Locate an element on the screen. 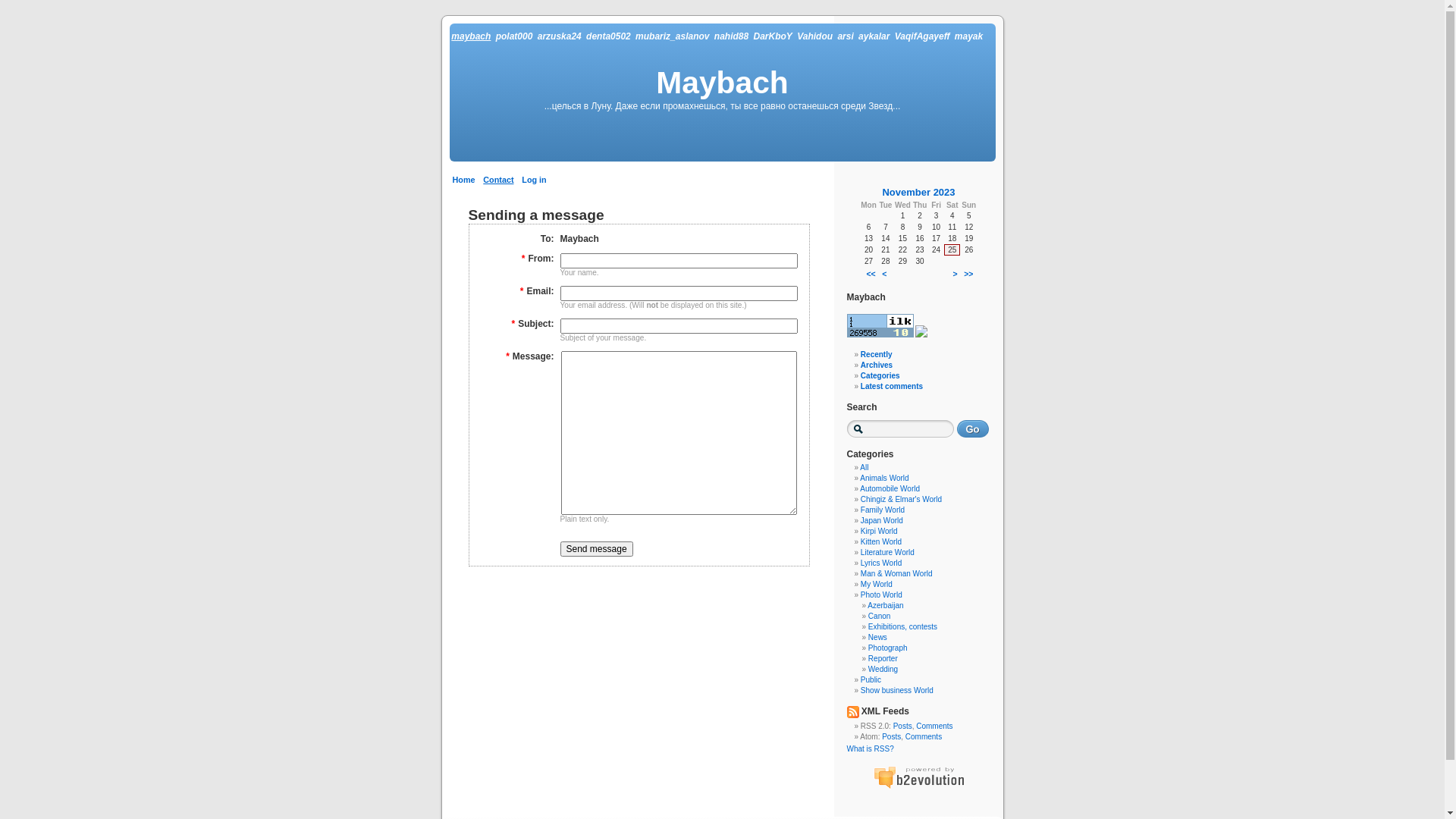 The height and width of the screenshot is (819, 1456). 'arsi' is located at coordinates (836, 35).